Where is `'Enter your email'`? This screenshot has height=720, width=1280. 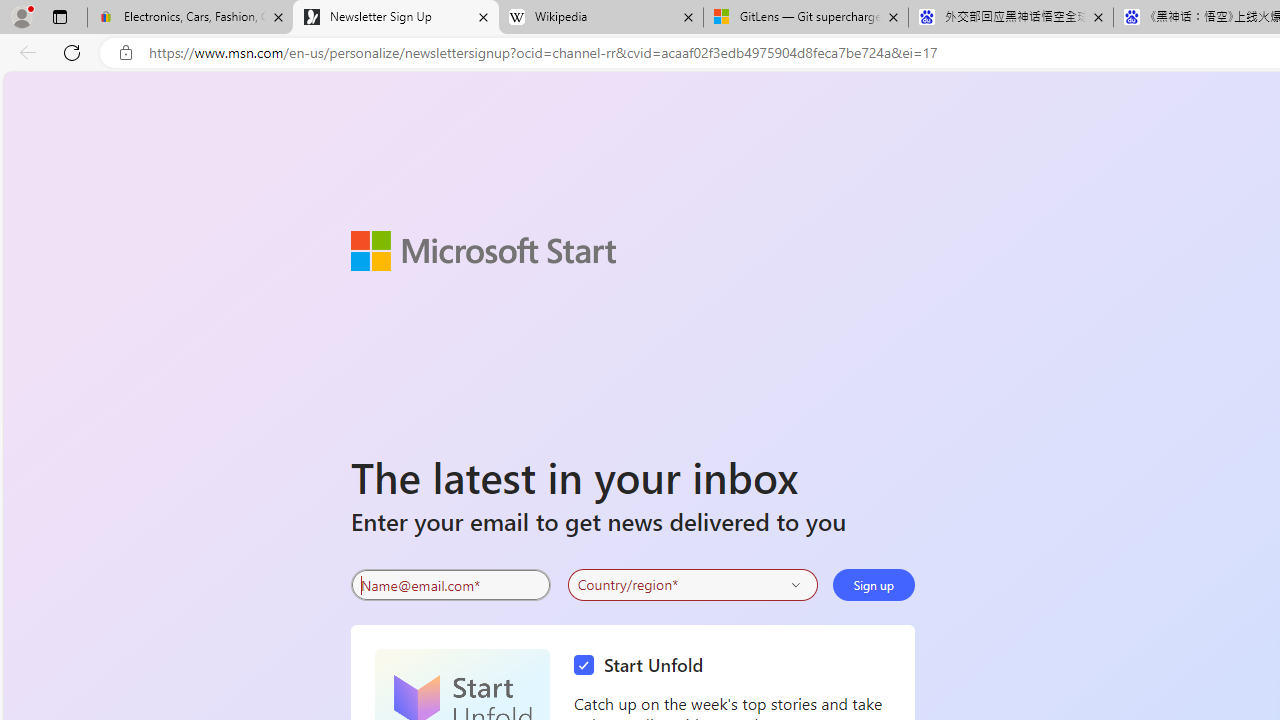 'Enter your email' is located at coordinates (449, 585).